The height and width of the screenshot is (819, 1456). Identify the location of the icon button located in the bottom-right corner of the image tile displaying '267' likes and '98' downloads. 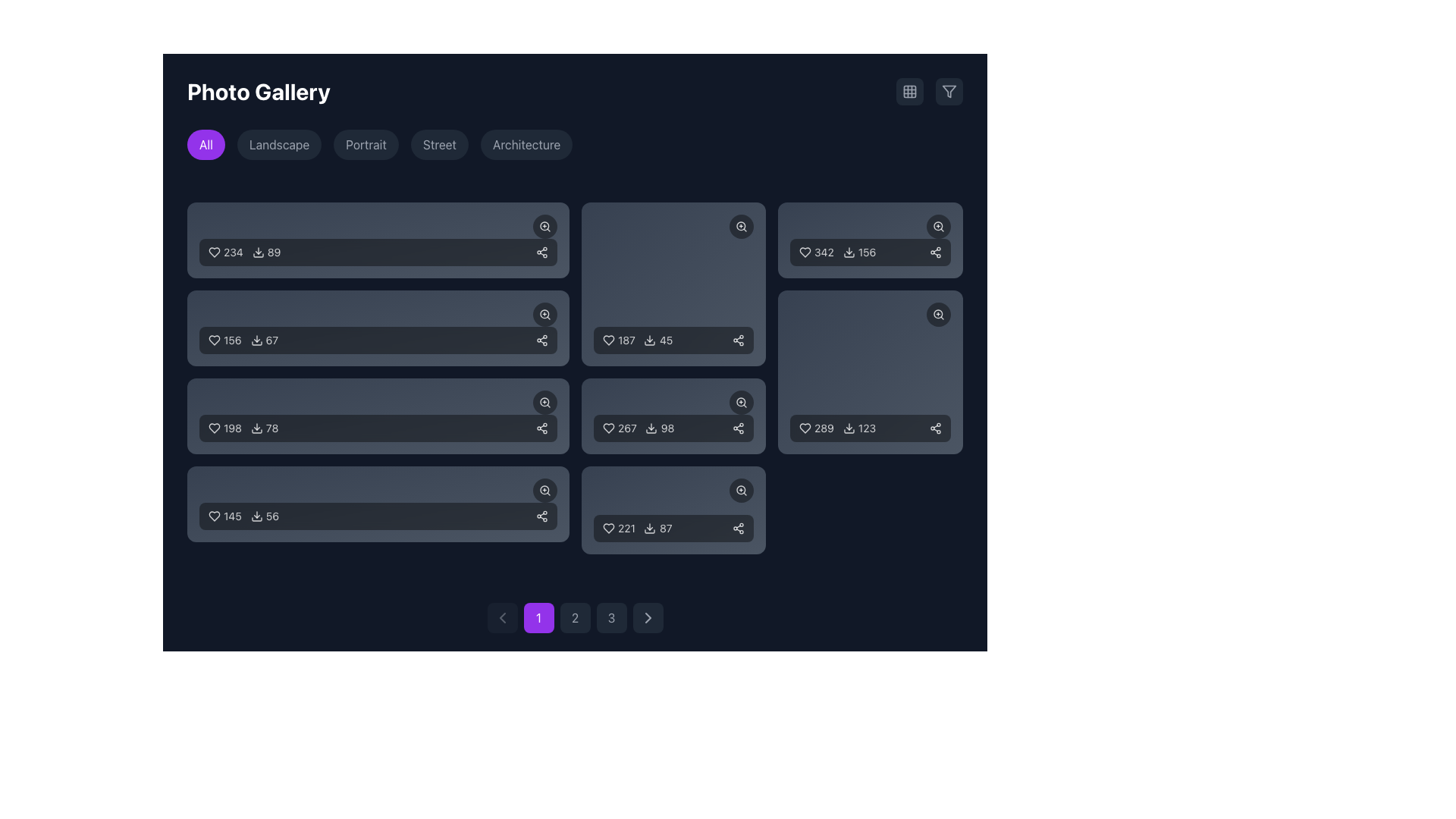
(742, 402).